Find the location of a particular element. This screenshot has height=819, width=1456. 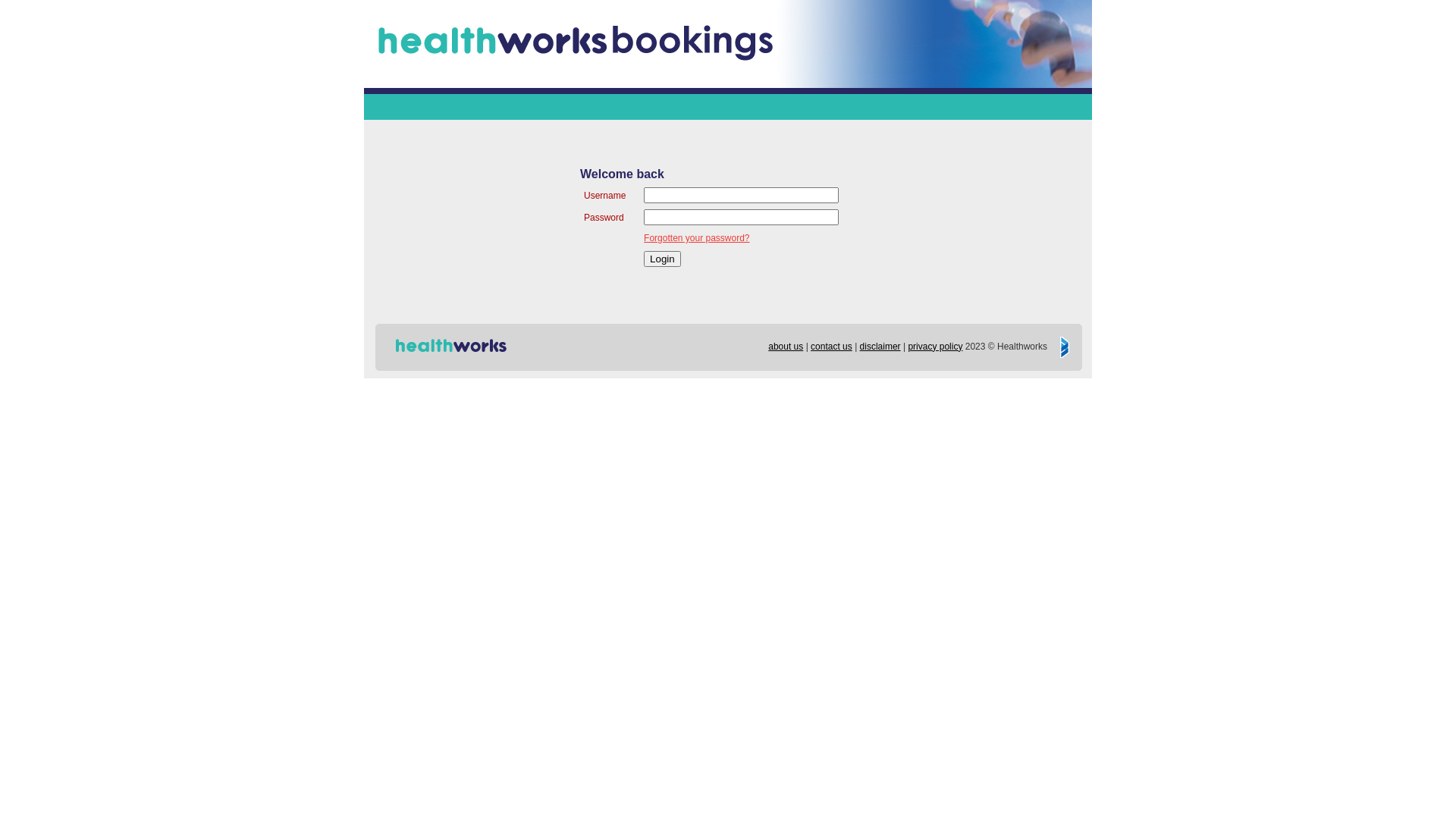

'Healthworks&reg;' is located at coordinates (449, 346).